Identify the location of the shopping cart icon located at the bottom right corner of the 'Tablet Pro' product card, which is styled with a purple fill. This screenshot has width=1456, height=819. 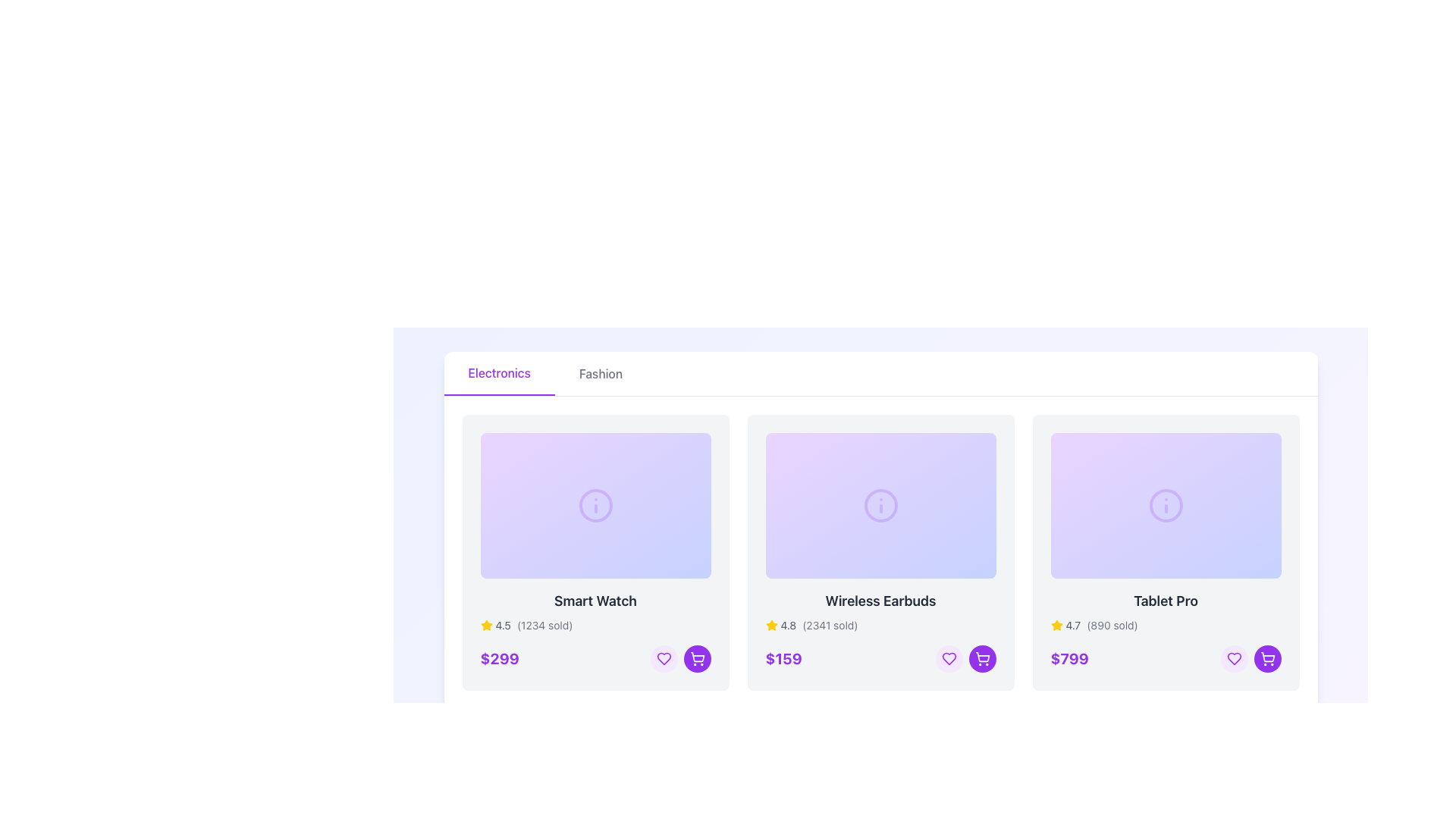
(1267, 656).